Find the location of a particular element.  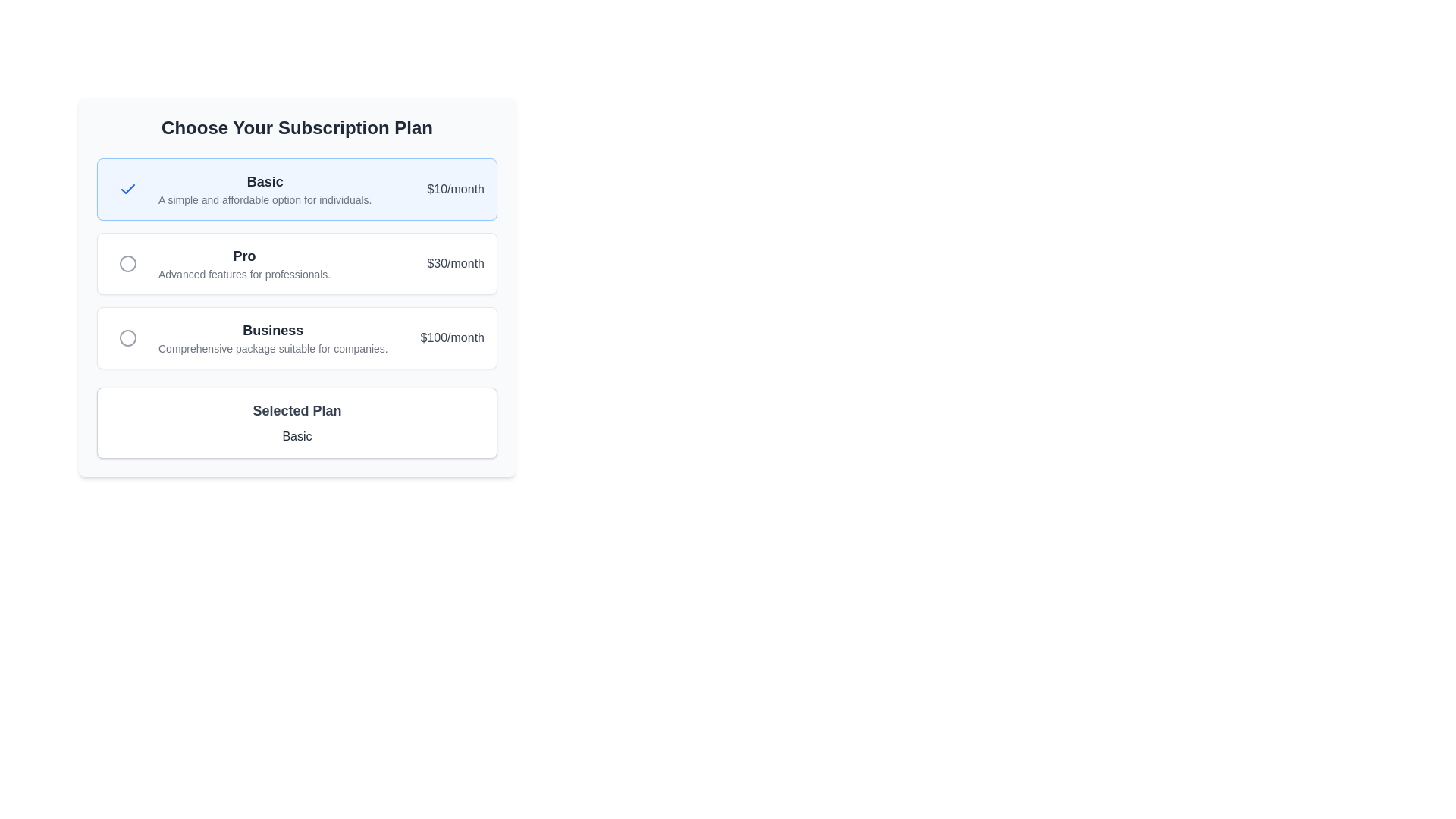

the unselected radio button represented by a Circle in the SVG graphic within the Pro option row of the subscription selection interface is located at coordinates (127, 262).